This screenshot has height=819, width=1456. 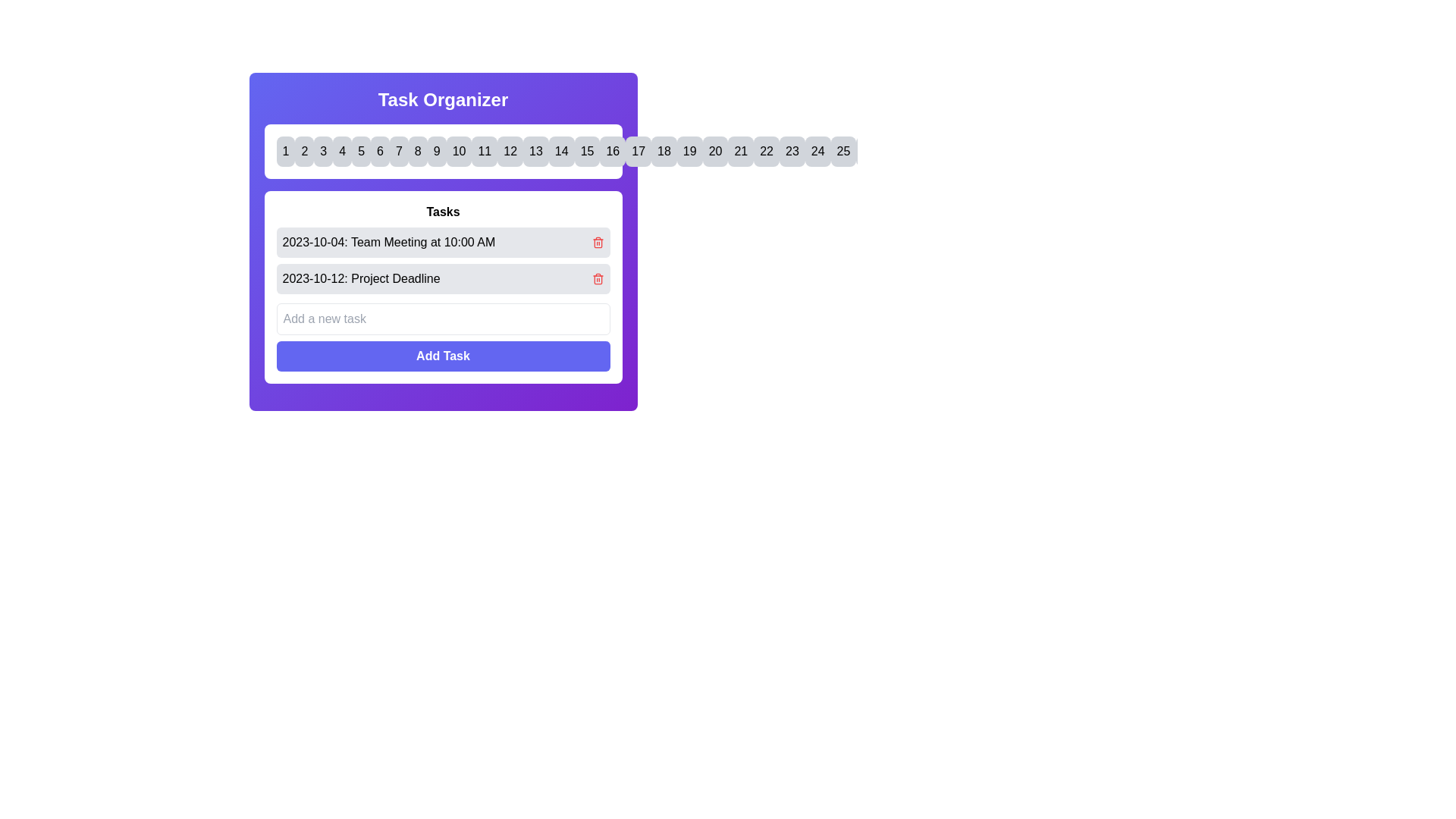 What do you see at coordinates (664, 152) in the screenshot?
I see `the button displaying the number '18' with a light gray background and bold black text` at bounding box center [664, 152].